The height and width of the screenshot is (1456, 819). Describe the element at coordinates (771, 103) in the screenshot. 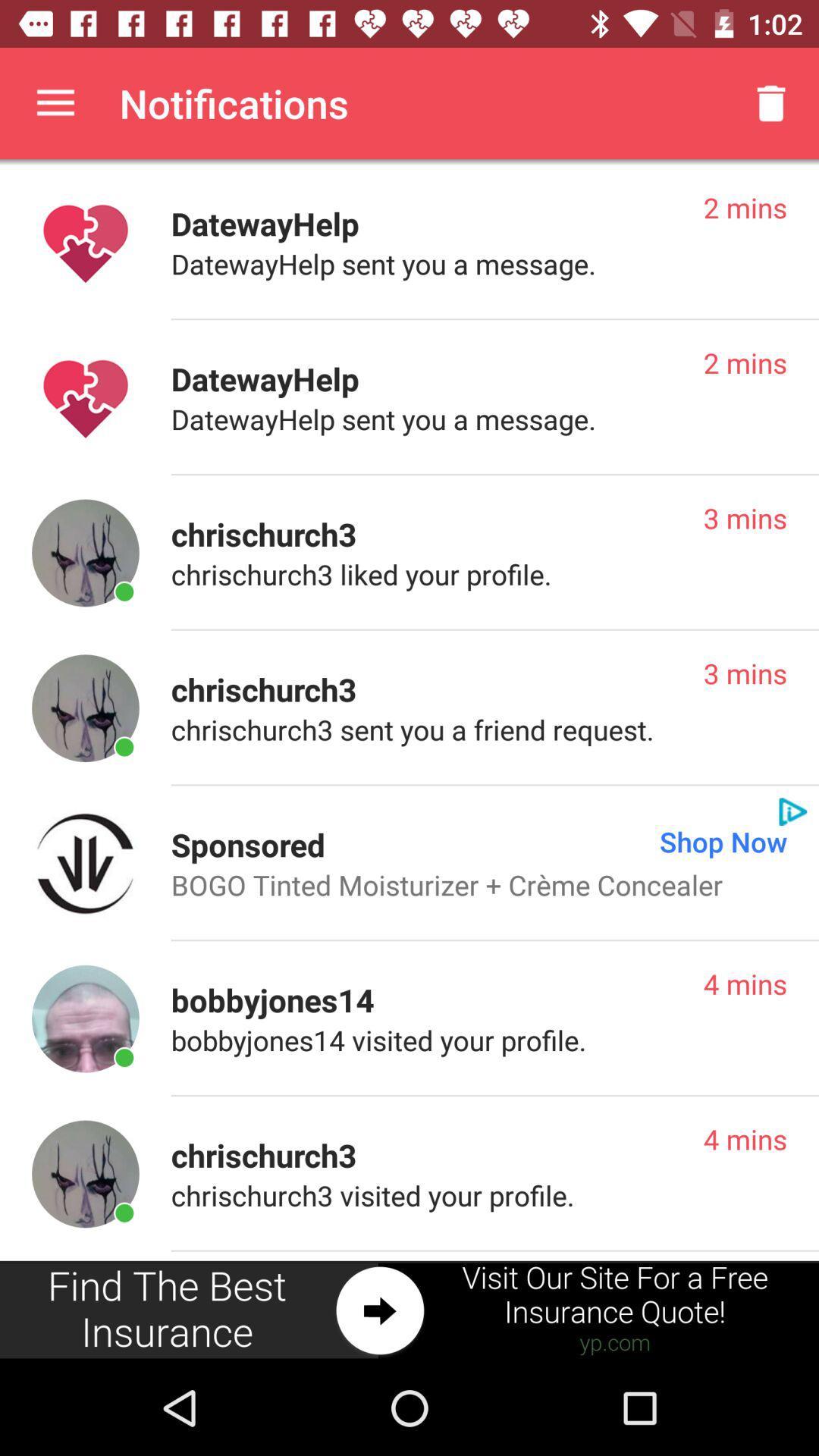

I see `the icon present in the top most right corner` at that location.